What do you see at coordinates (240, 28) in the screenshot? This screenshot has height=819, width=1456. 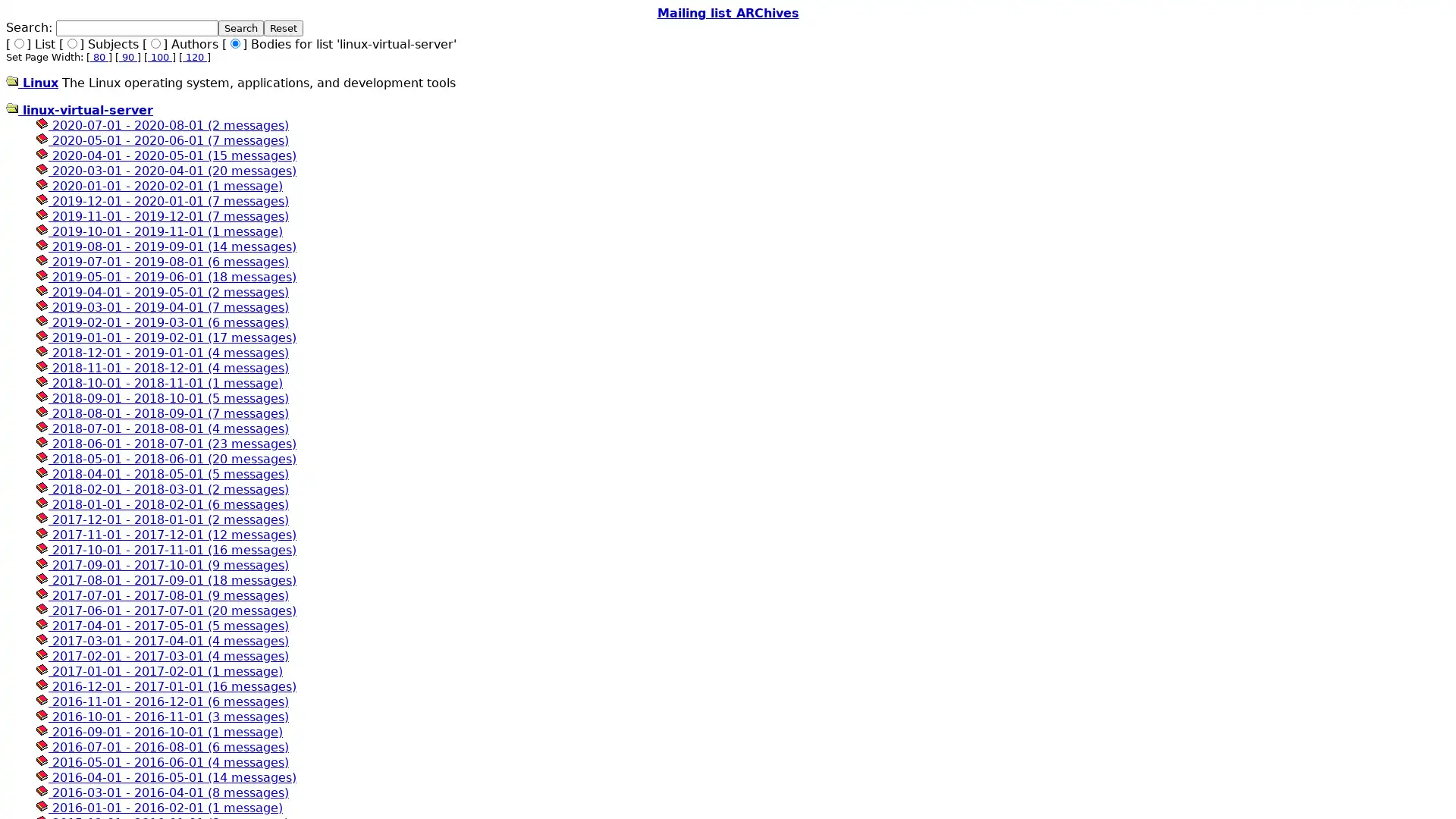 I see `Search` at bounding box center [240, 28].